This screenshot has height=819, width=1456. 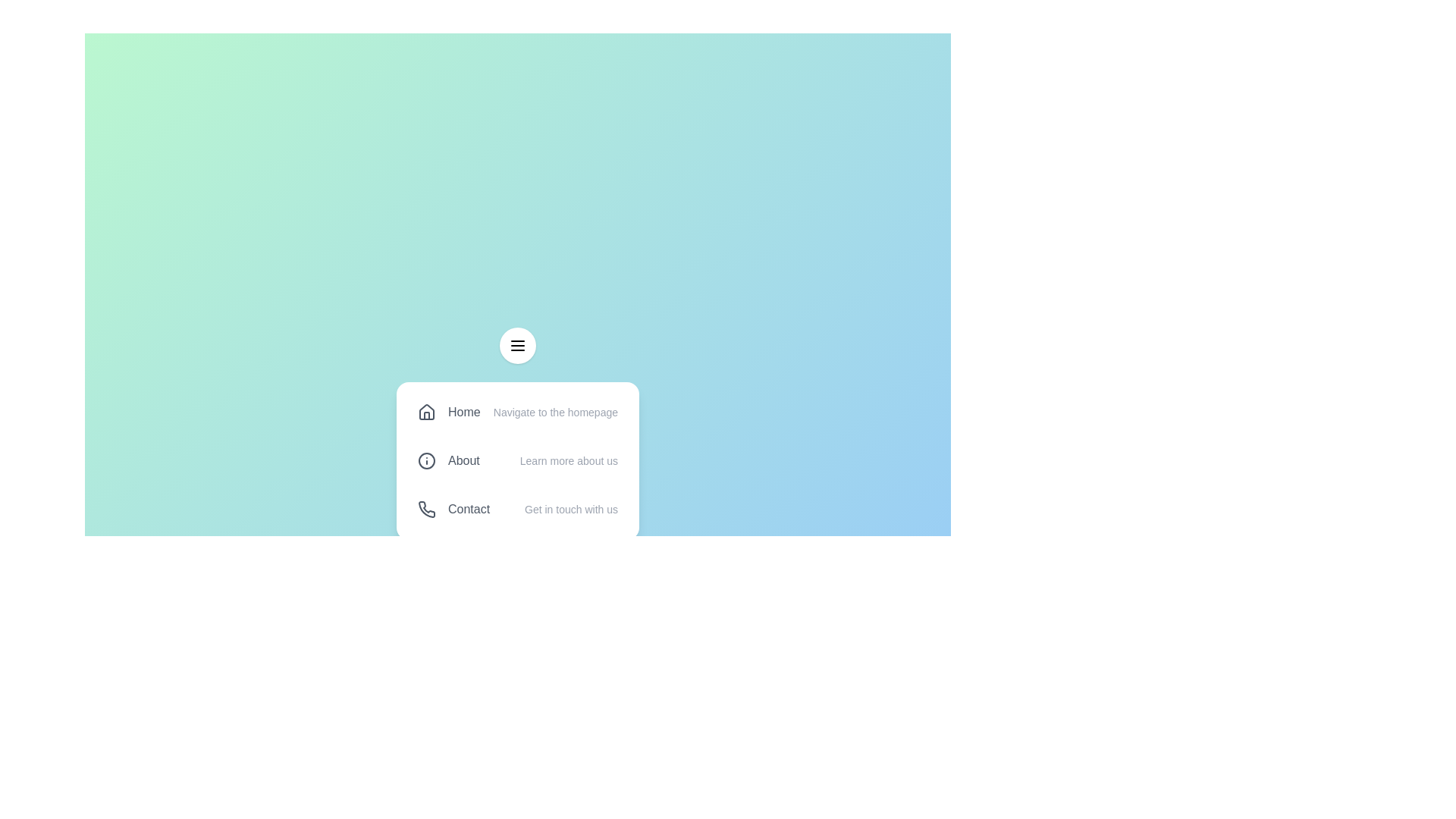 What do you see at coordinates (517, 412) in the screenshot?
I see `the menu item Home` at bounding box center [517, 412].